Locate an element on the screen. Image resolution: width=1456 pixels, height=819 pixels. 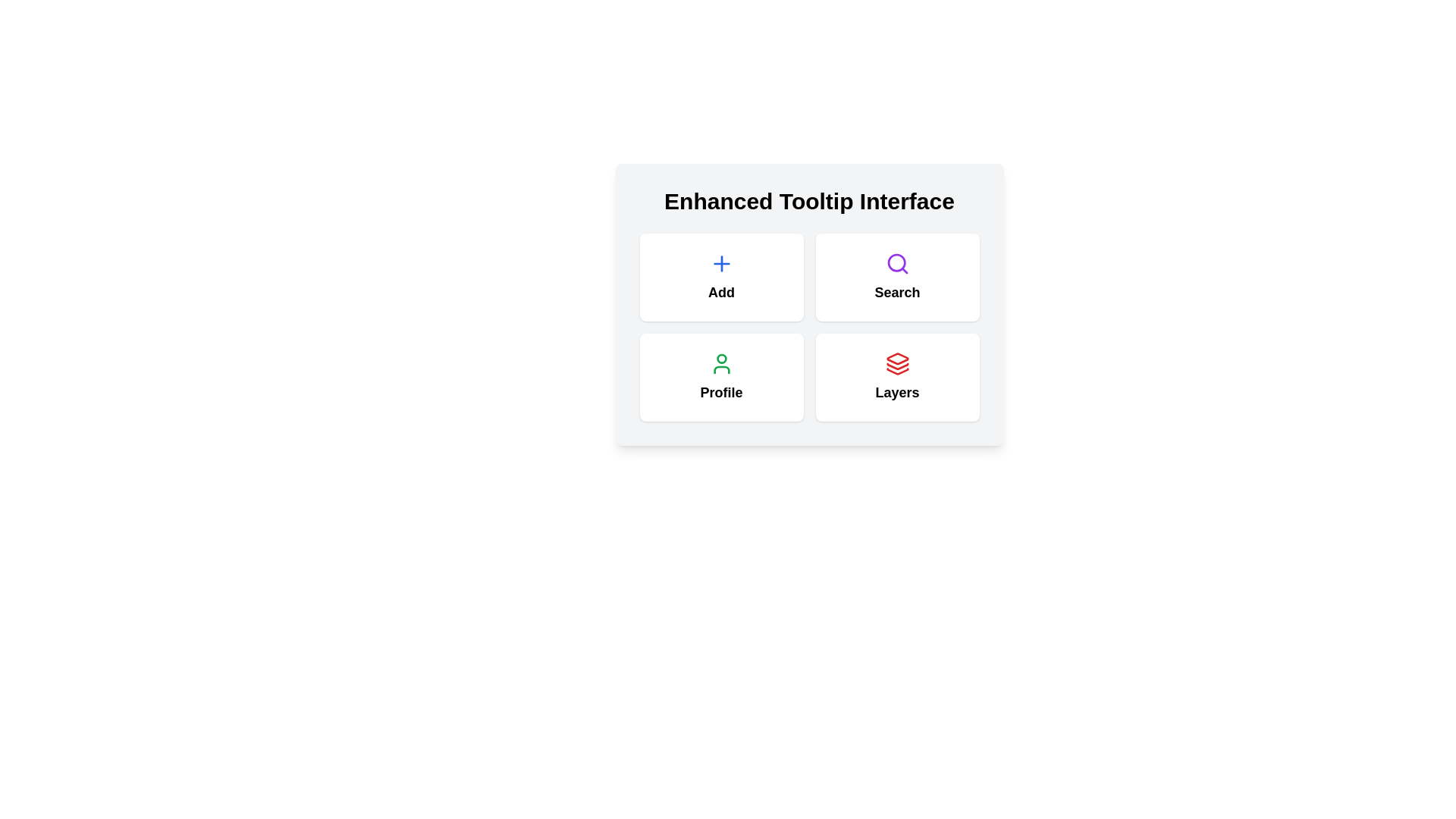
the blue-colored plus icon located in the upper-left box of the grid layout is located at coordinates (720, 262).